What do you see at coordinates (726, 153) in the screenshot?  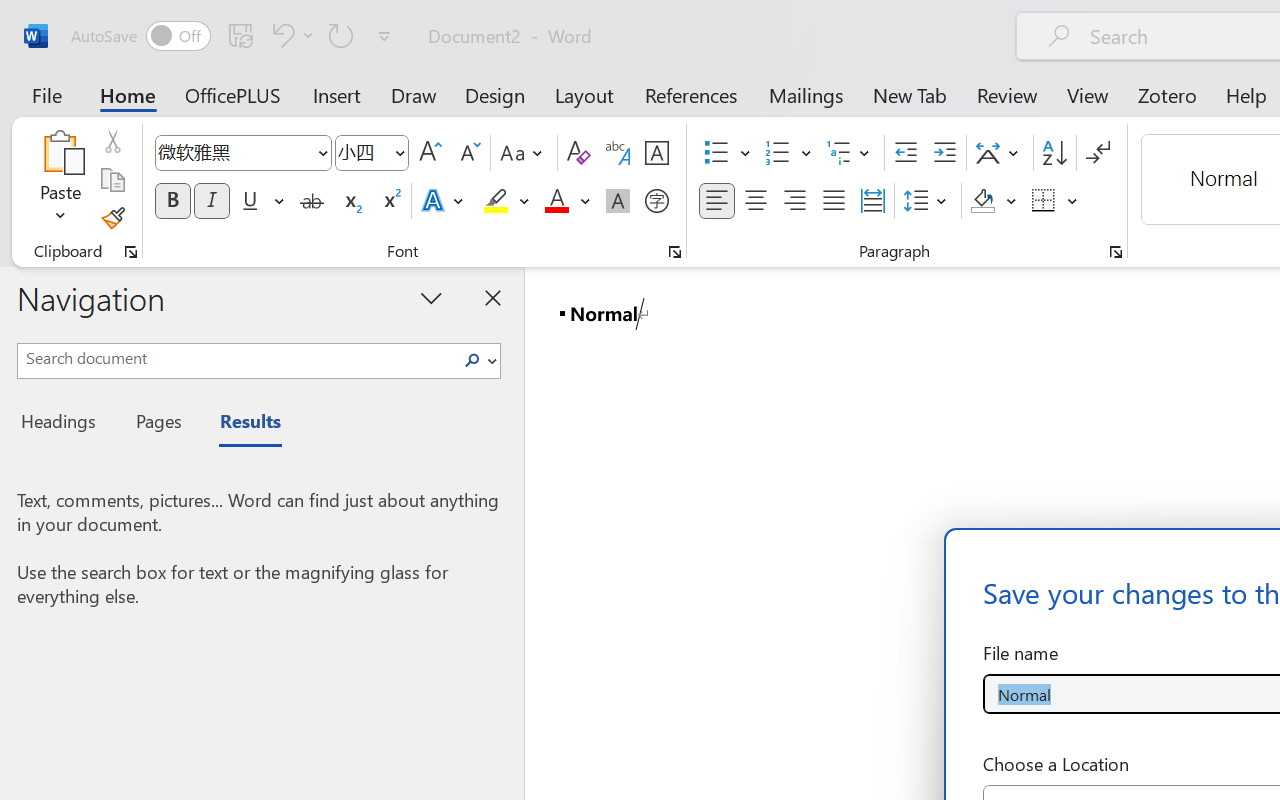 I see `'Bullets'` at bounding box center [726, 153].